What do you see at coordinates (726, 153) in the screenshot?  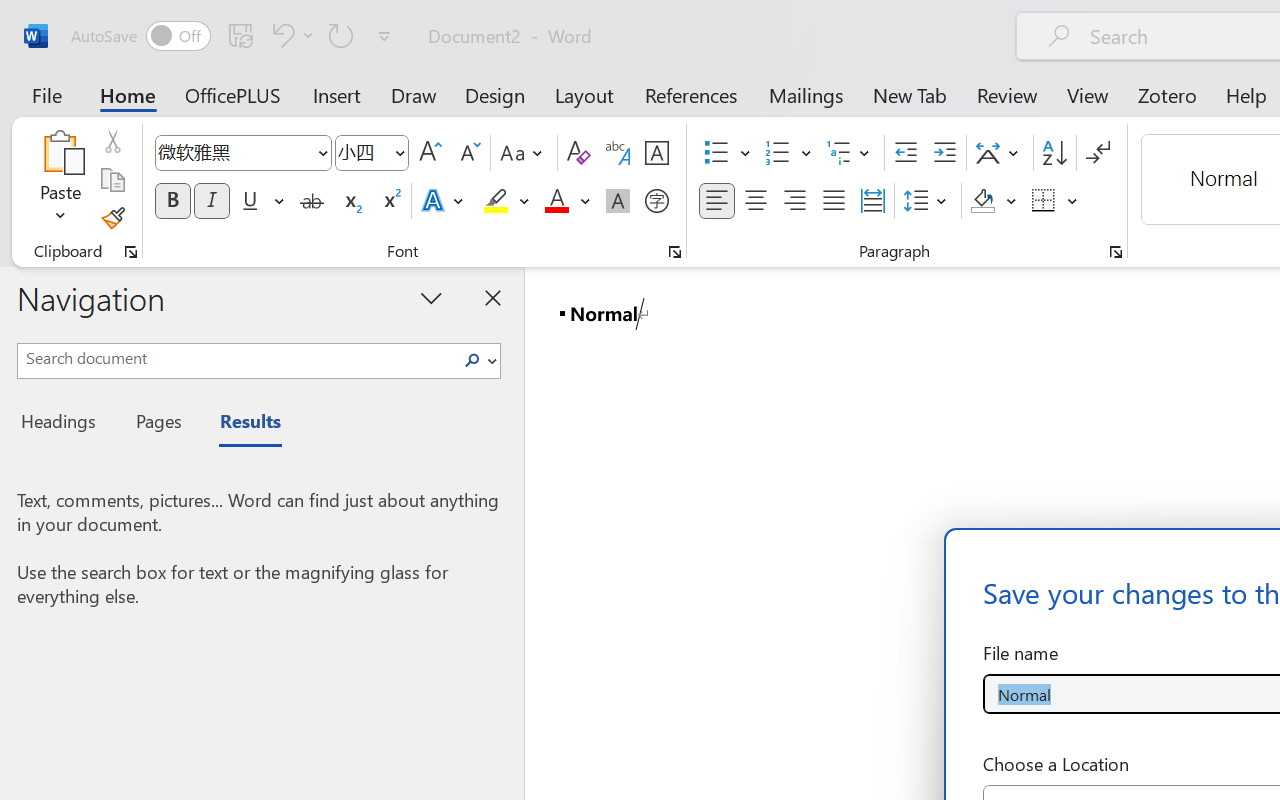 I see `'Bullets'` at bounding box center [726, 153].